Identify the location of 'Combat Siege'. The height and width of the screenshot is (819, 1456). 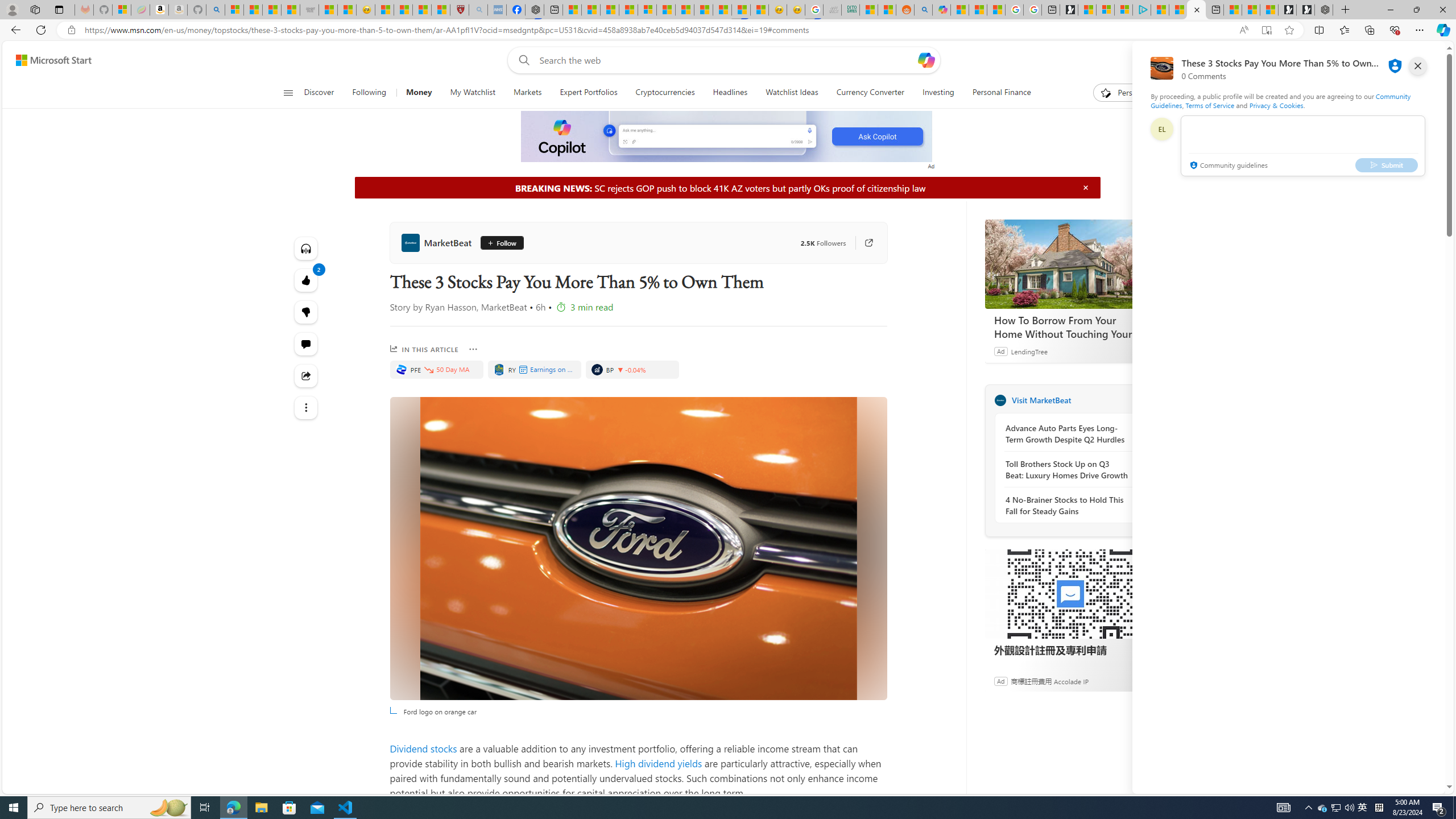
(309, 9).